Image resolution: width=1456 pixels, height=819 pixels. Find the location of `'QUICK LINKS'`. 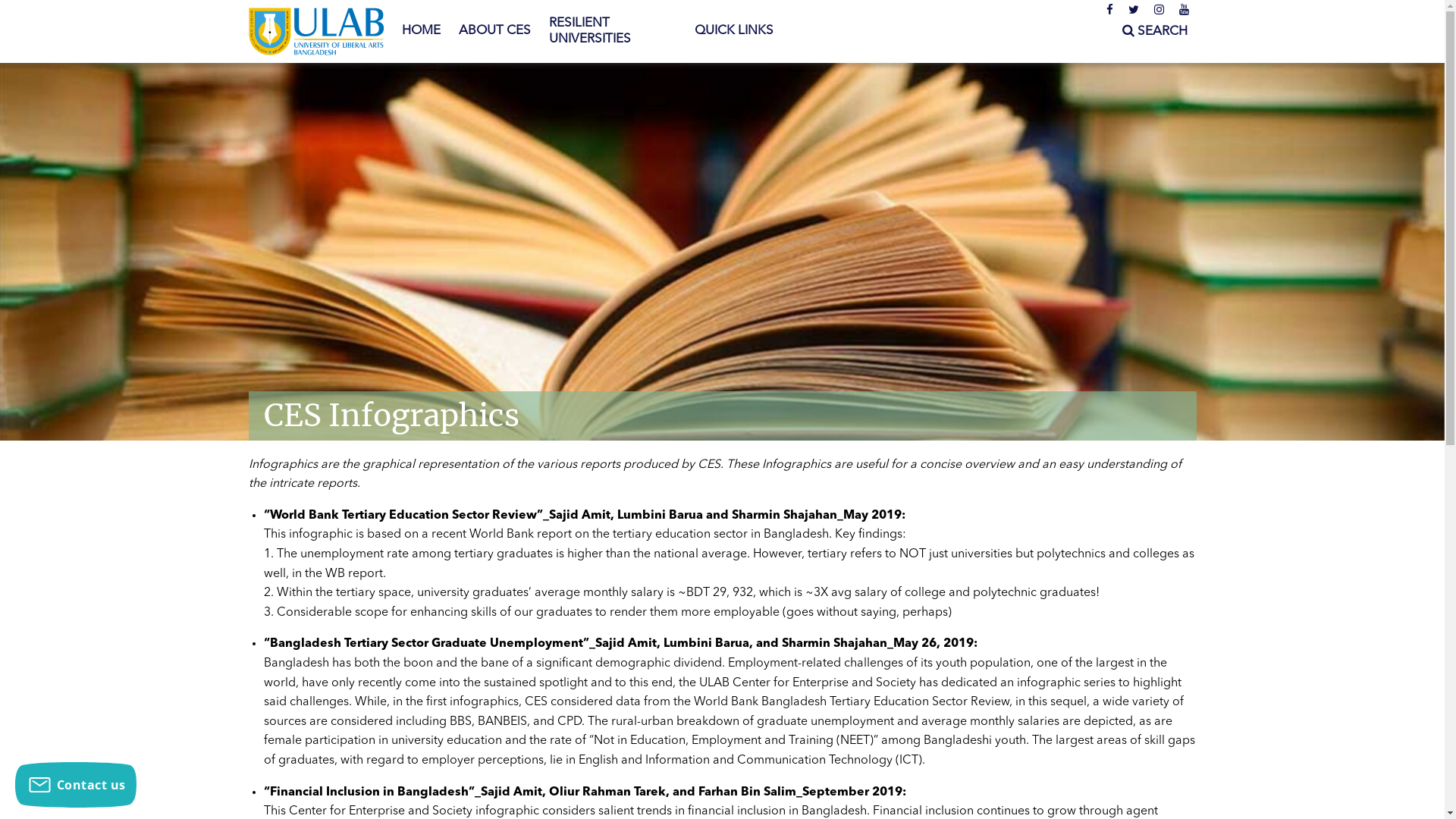

'QUICK LINKS' is located at coordinates (734, 31).